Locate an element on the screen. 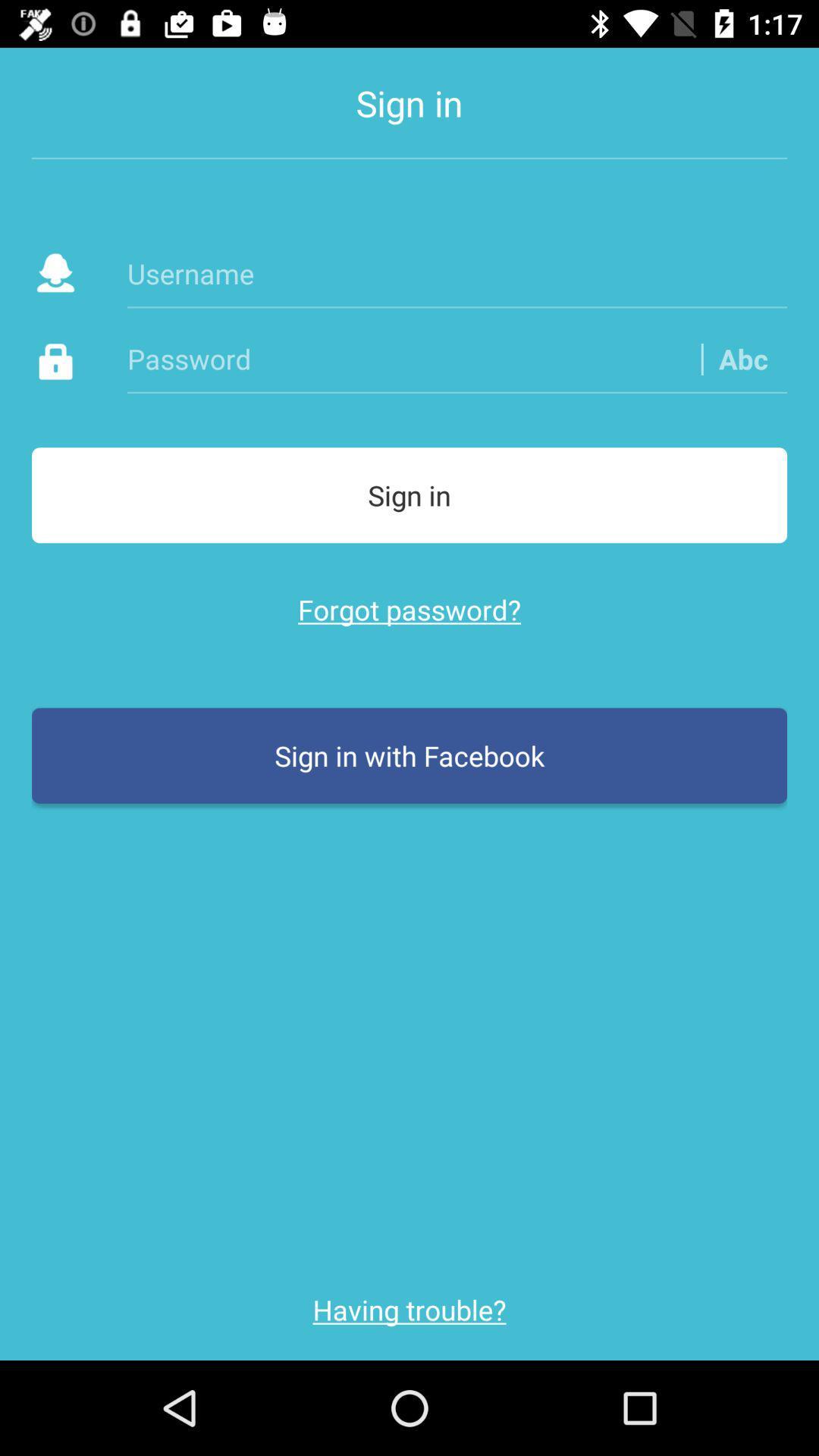 The height and width of the screenshot is (1456, 819). the icon above sign in with item is located at coordinates (409, 610).